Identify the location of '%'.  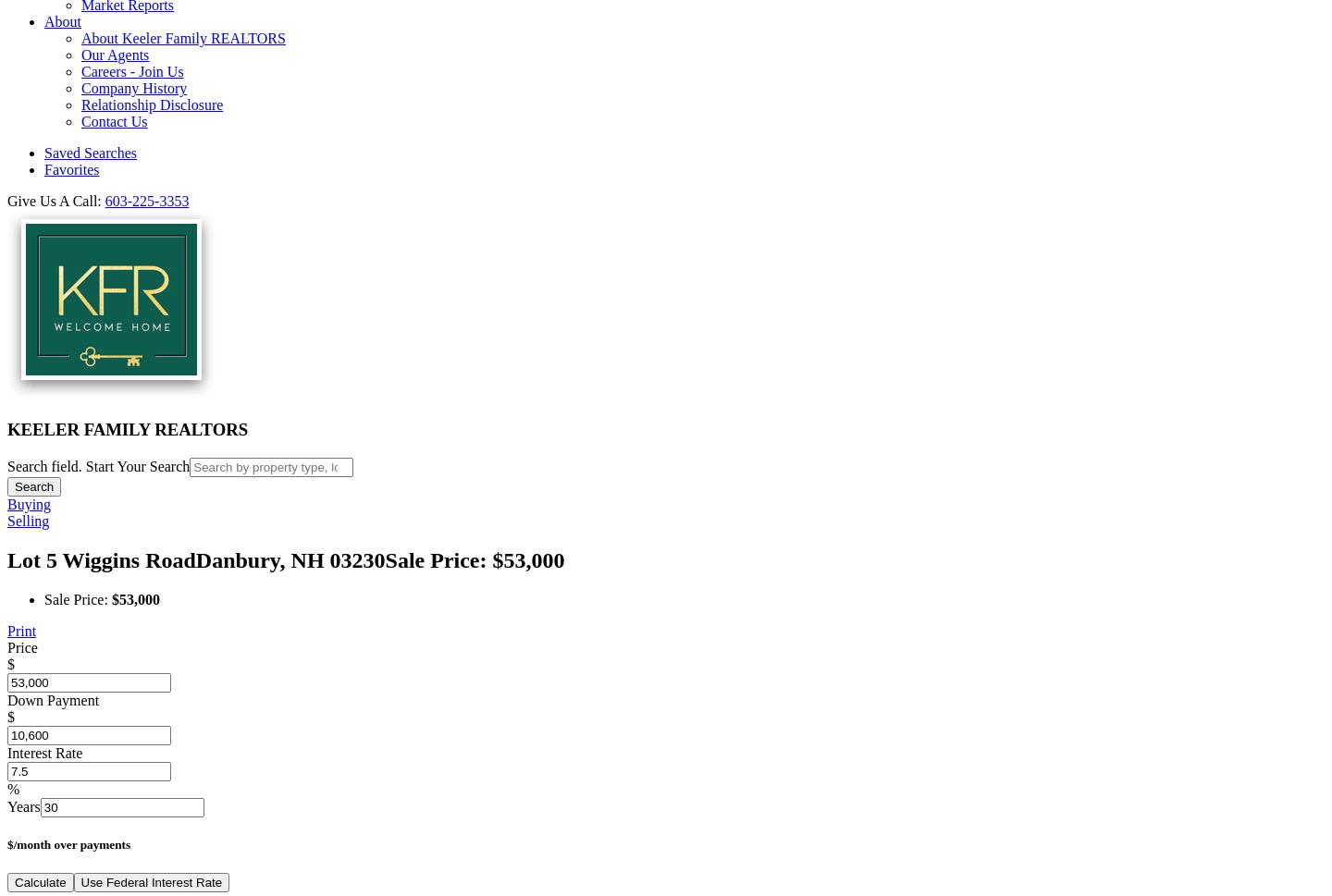
(12, 787).